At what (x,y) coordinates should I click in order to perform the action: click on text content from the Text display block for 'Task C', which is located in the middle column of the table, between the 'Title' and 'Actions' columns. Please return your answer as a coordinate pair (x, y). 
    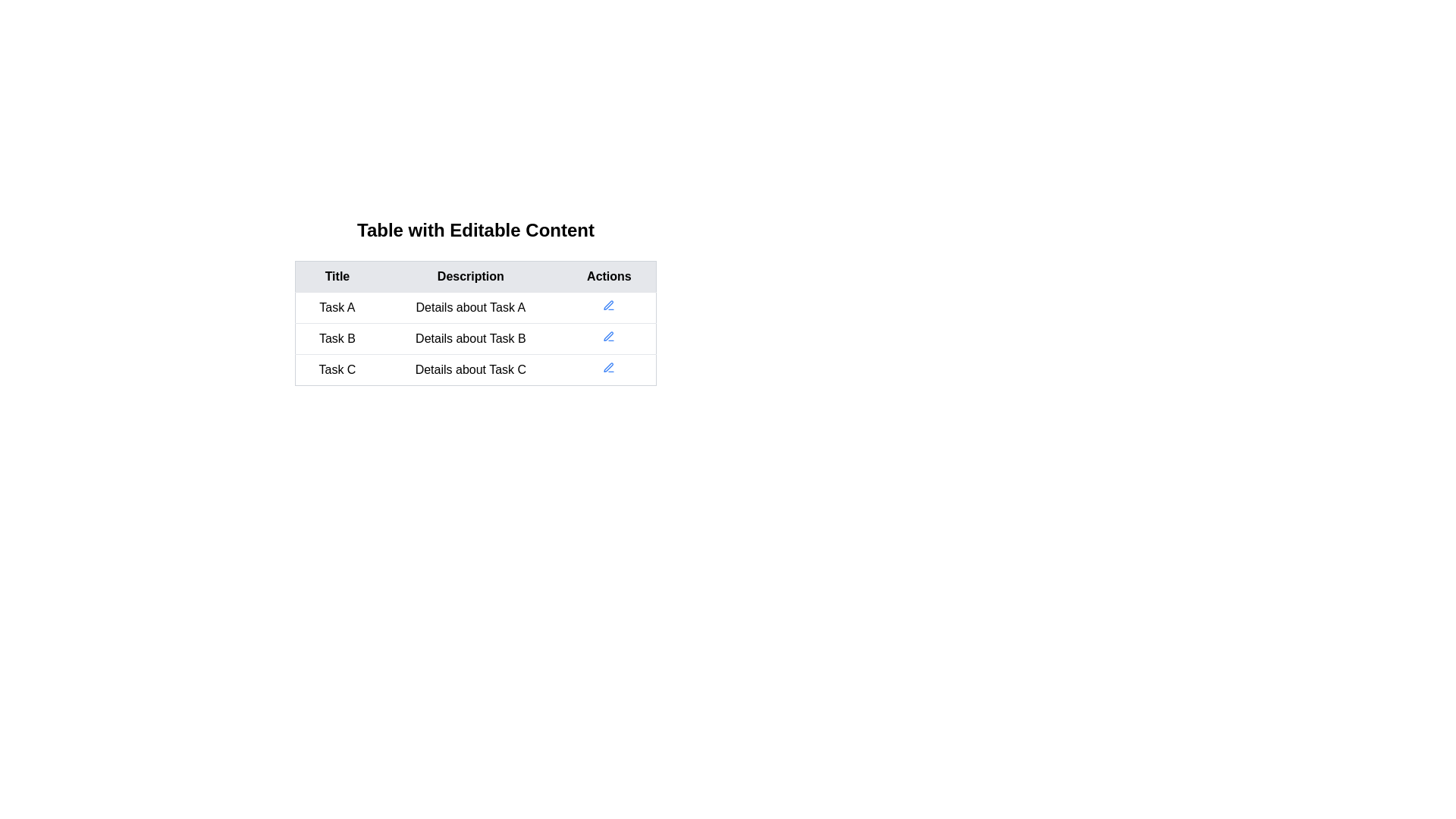
    Looking at the image, I should click on (469, 370).